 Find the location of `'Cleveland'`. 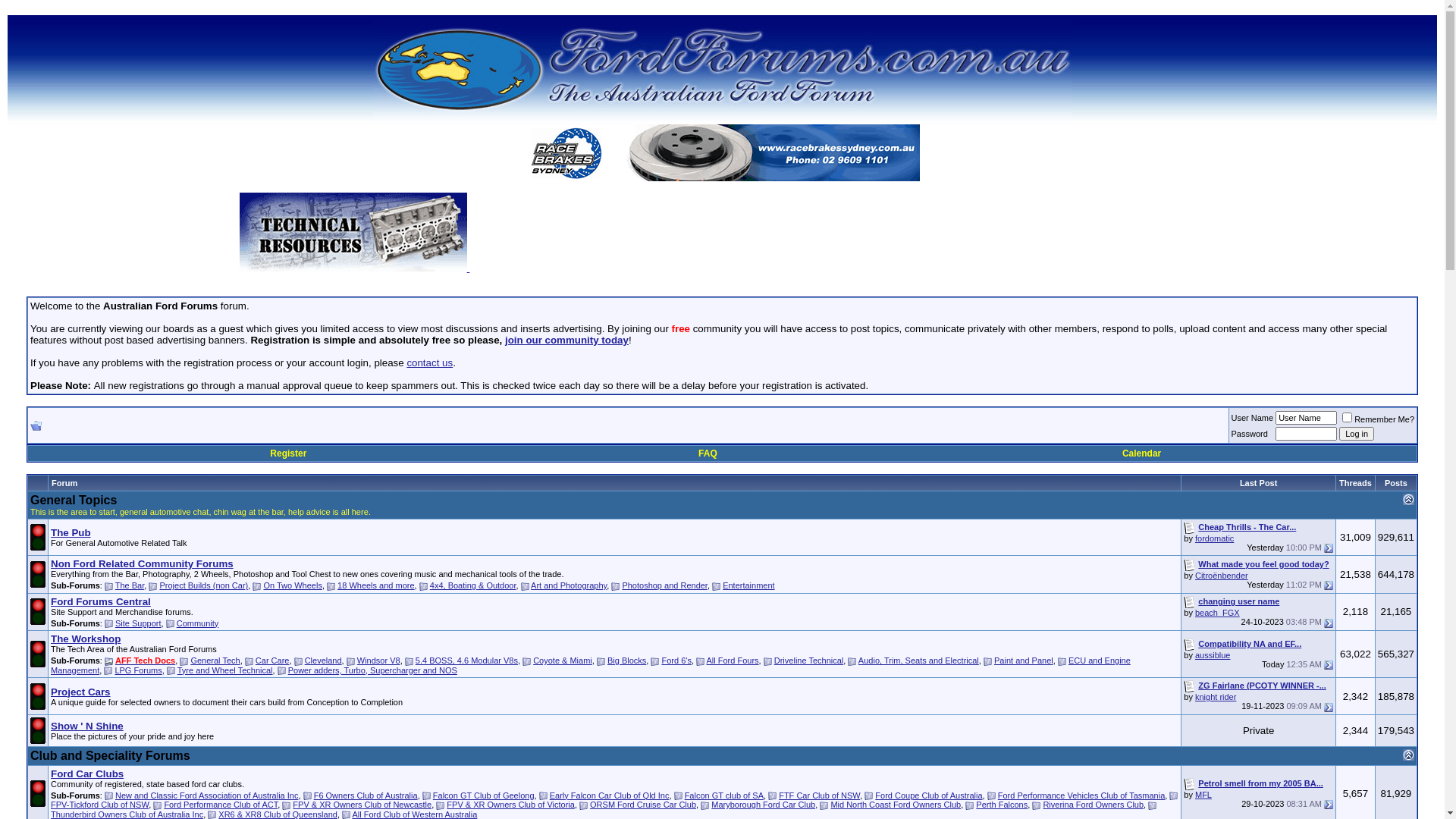

'Cleveland' is located at coordinates (322, 660).